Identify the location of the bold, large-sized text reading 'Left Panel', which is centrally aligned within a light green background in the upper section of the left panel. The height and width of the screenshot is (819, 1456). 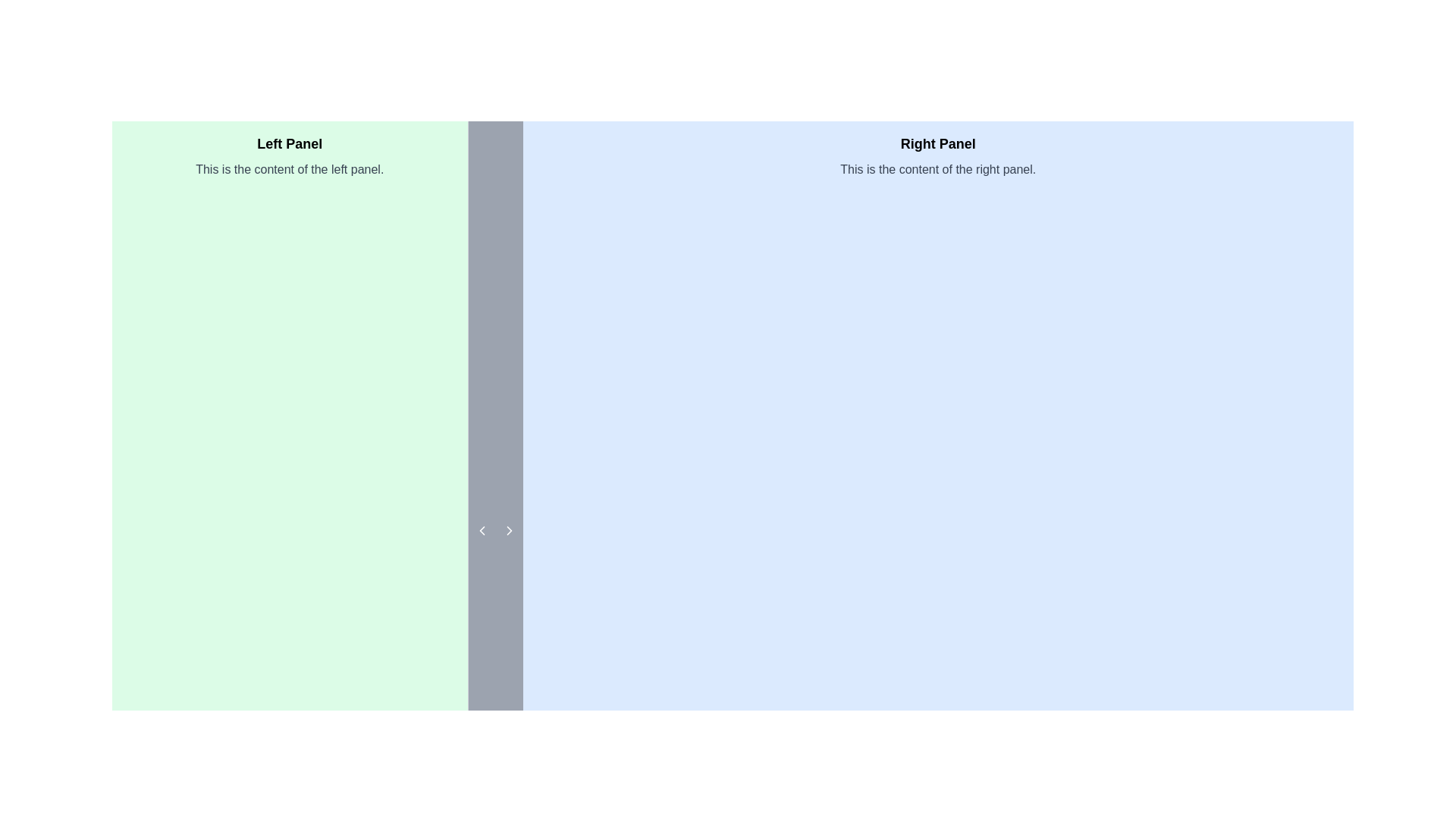
(290, 143).